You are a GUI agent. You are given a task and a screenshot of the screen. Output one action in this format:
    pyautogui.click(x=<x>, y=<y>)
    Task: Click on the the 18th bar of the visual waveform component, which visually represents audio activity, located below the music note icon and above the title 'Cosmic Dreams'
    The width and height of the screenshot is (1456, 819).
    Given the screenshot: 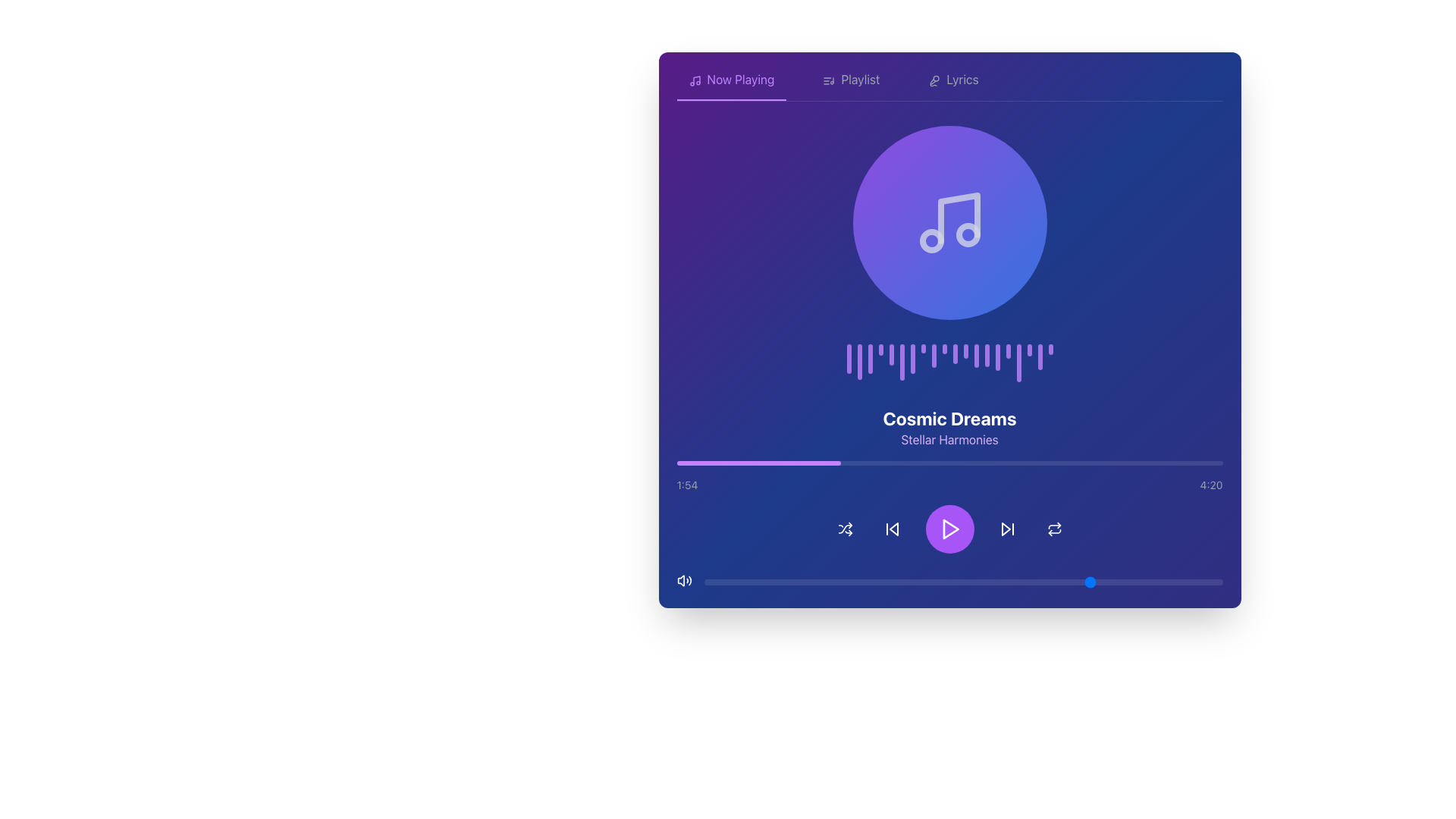 What is the action you would take?
    pyautogui.click(x=1029, y=350)
    